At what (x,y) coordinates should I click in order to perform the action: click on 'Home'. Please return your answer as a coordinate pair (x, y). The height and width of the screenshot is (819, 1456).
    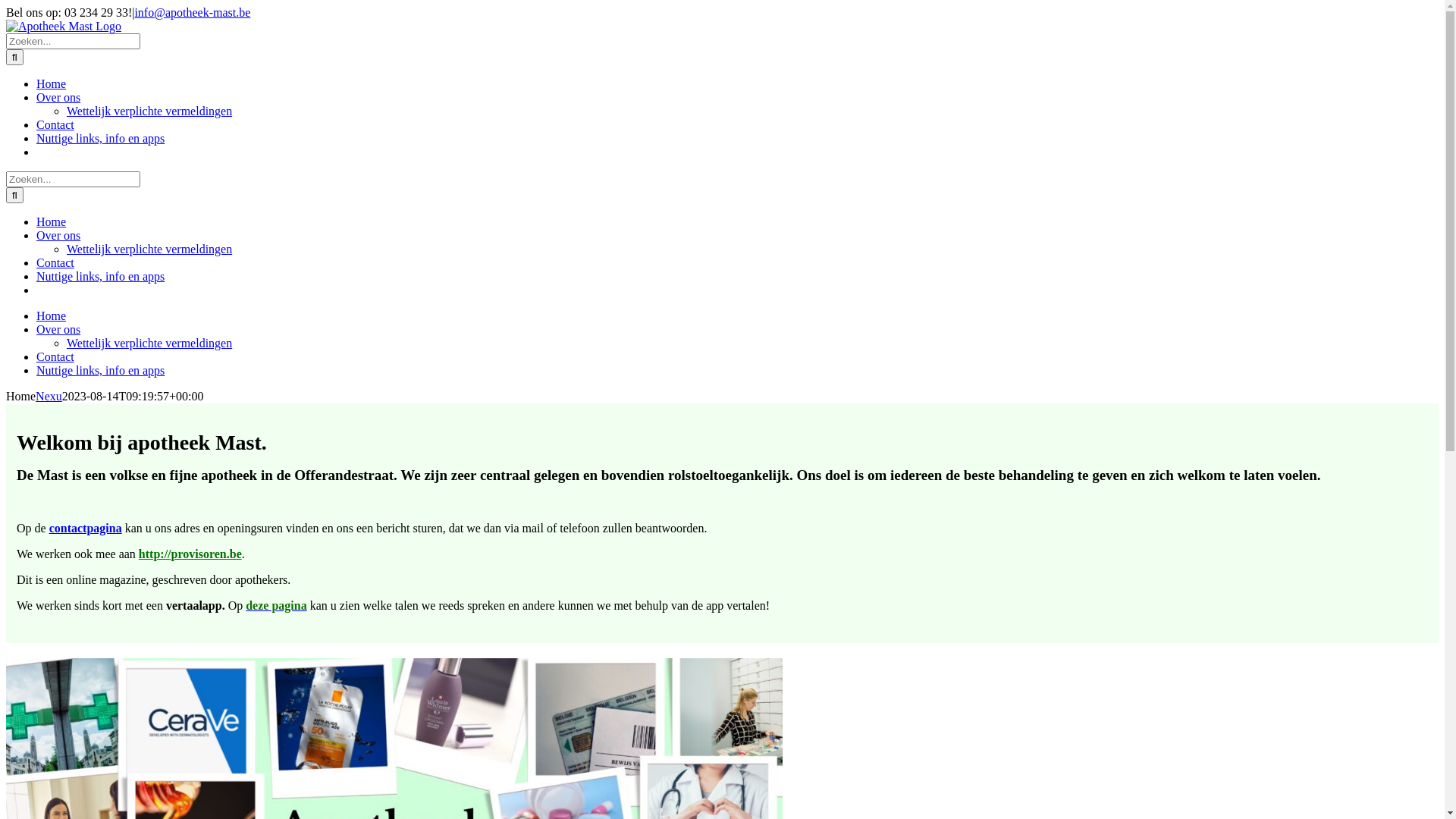
    Looking at the image, I should click on (51, 83).